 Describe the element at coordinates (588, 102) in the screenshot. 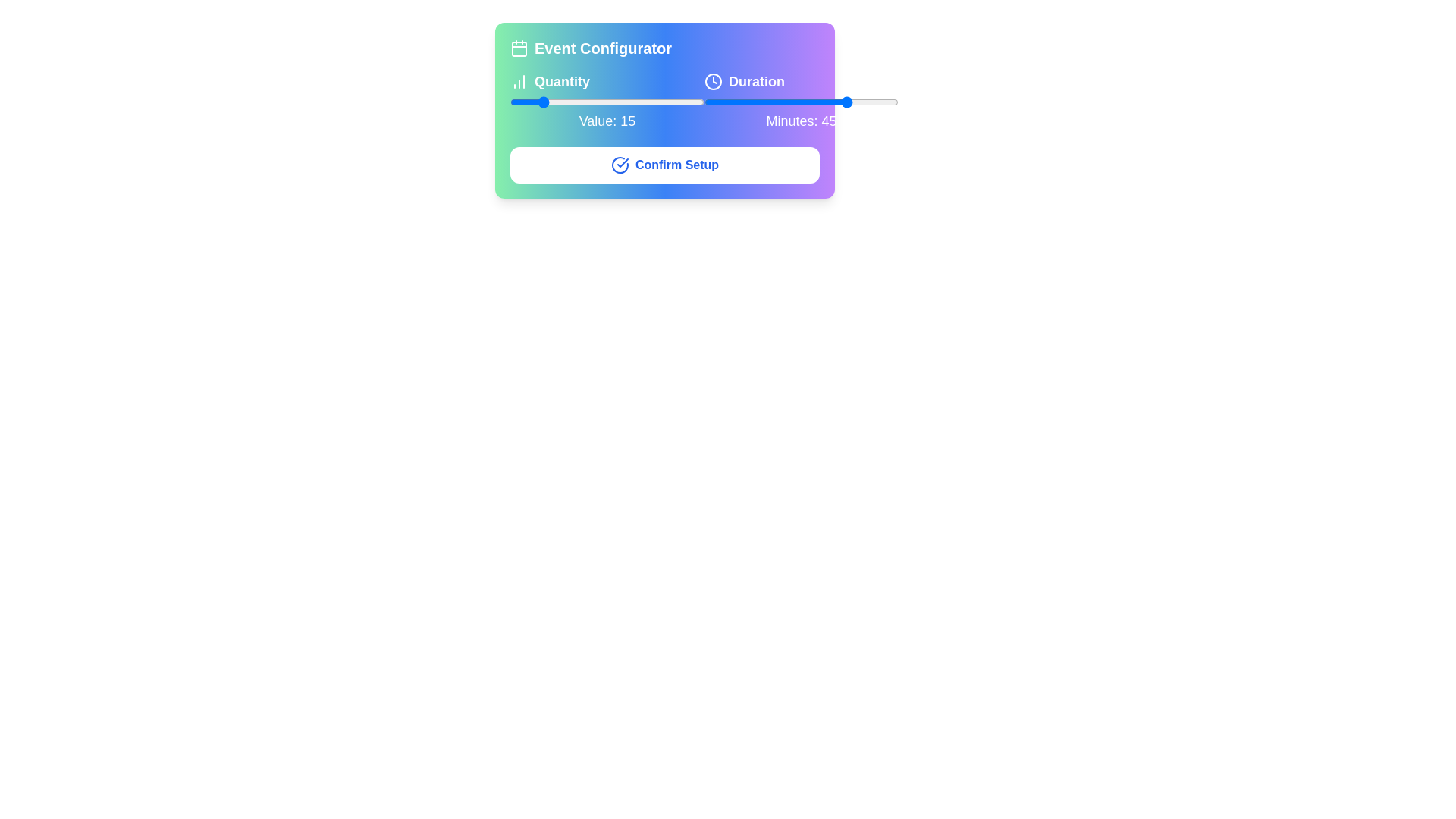

I see `the quantity slider` at that location.